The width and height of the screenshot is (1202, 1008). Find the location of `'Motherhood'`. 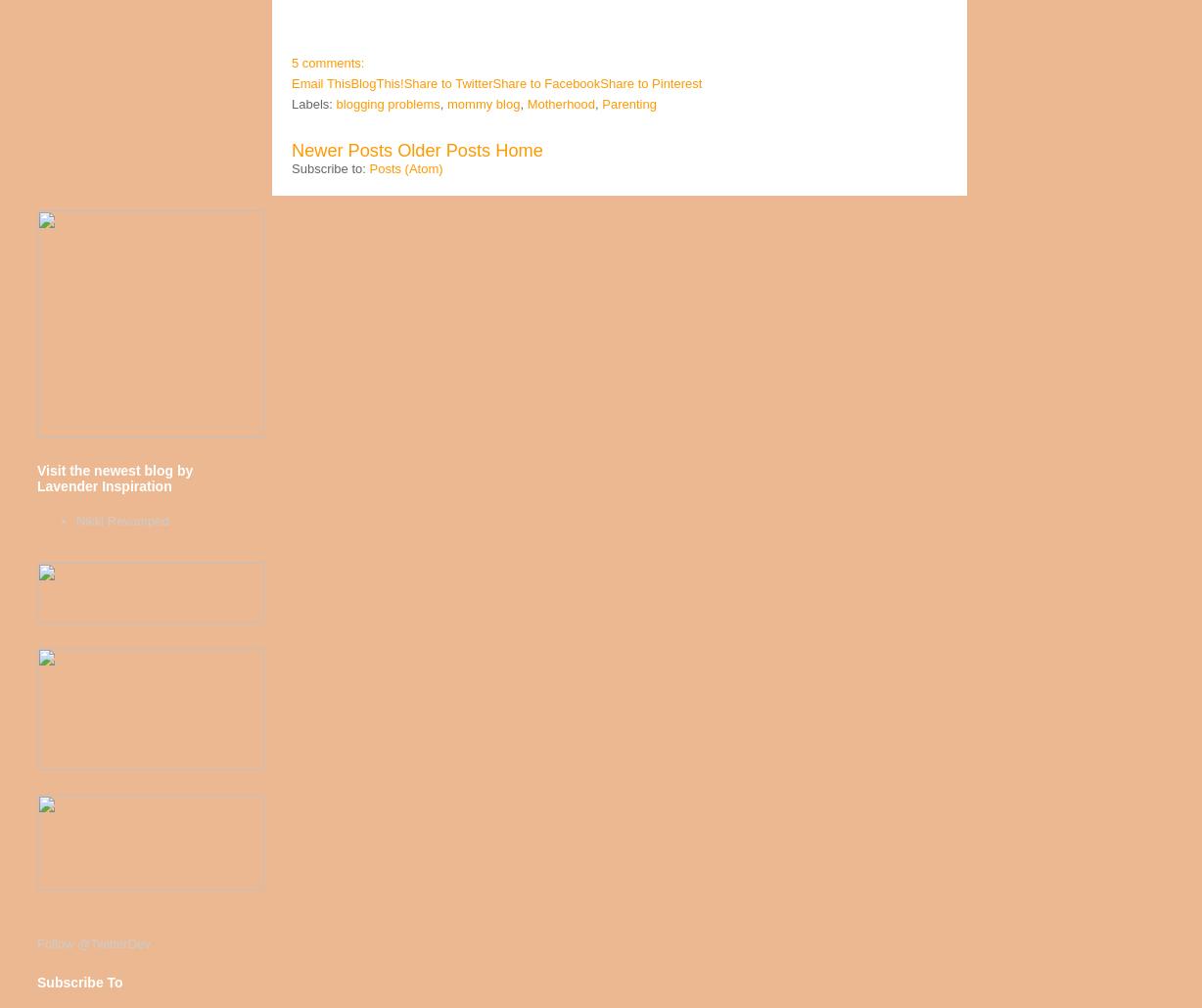

'Motherhood' is located at coordinates (525, 103).